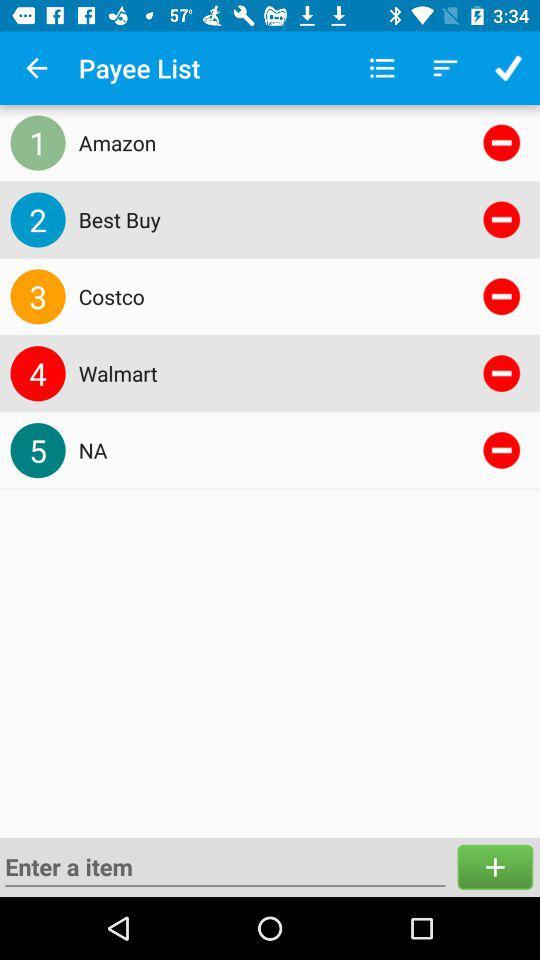 This screenshot has height=960, width=540. Describe the element at coordinates (500, 141) in the screenshot. I see `remove` at that location.